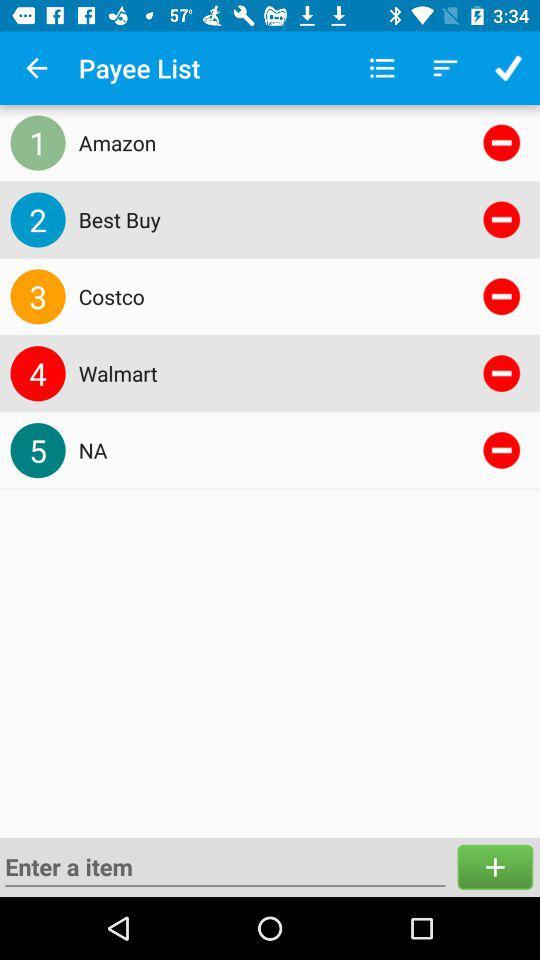 This screenshot has height=960, width=540. Describe the element at coordinates (500, 141) in the screenshot. I see `remove` at that location.